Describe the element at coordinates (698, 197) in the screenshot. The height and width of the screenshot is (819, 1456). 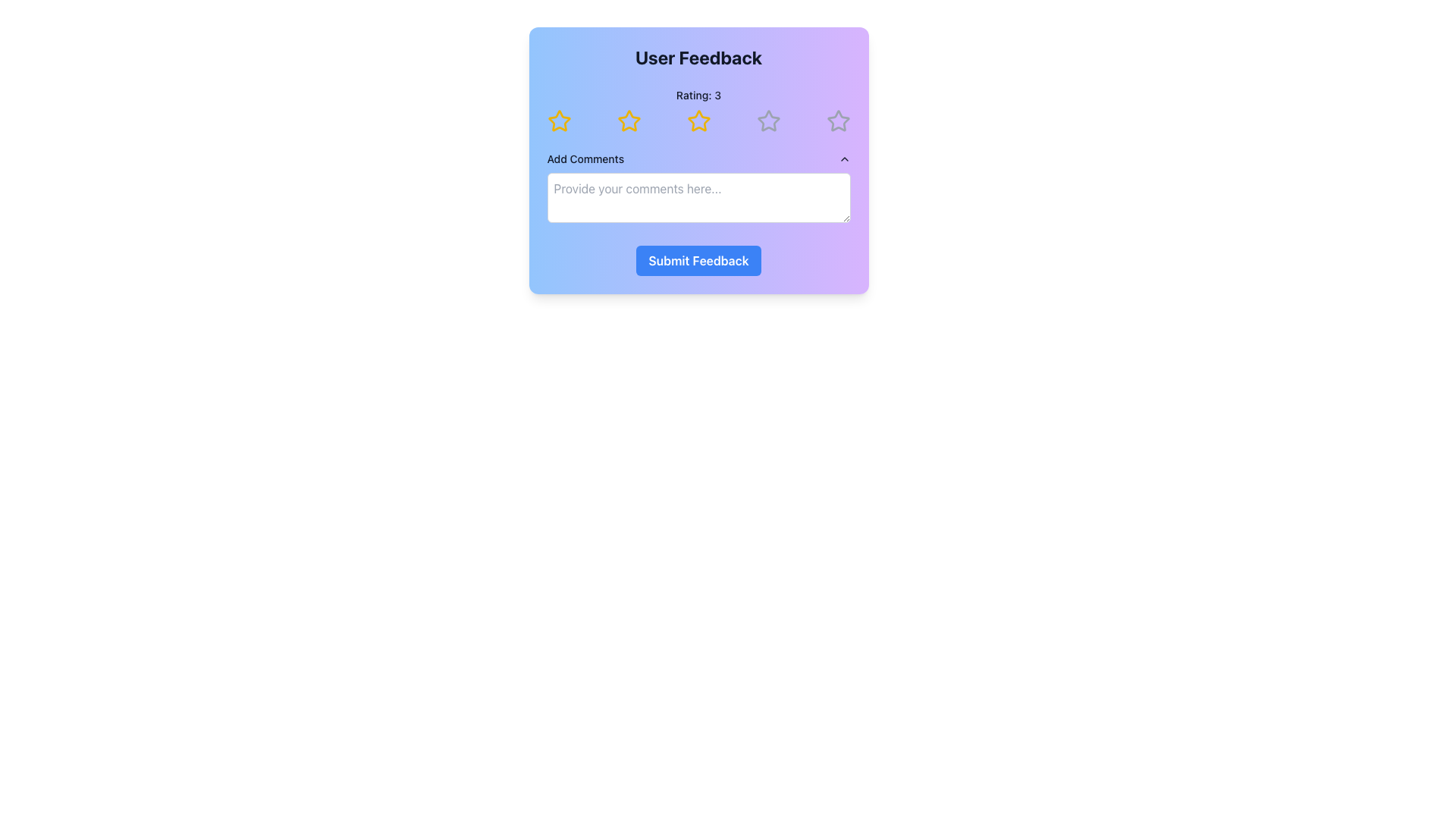
I see `the text input box with the placeholder 'Provide your comments here...'` at that location.